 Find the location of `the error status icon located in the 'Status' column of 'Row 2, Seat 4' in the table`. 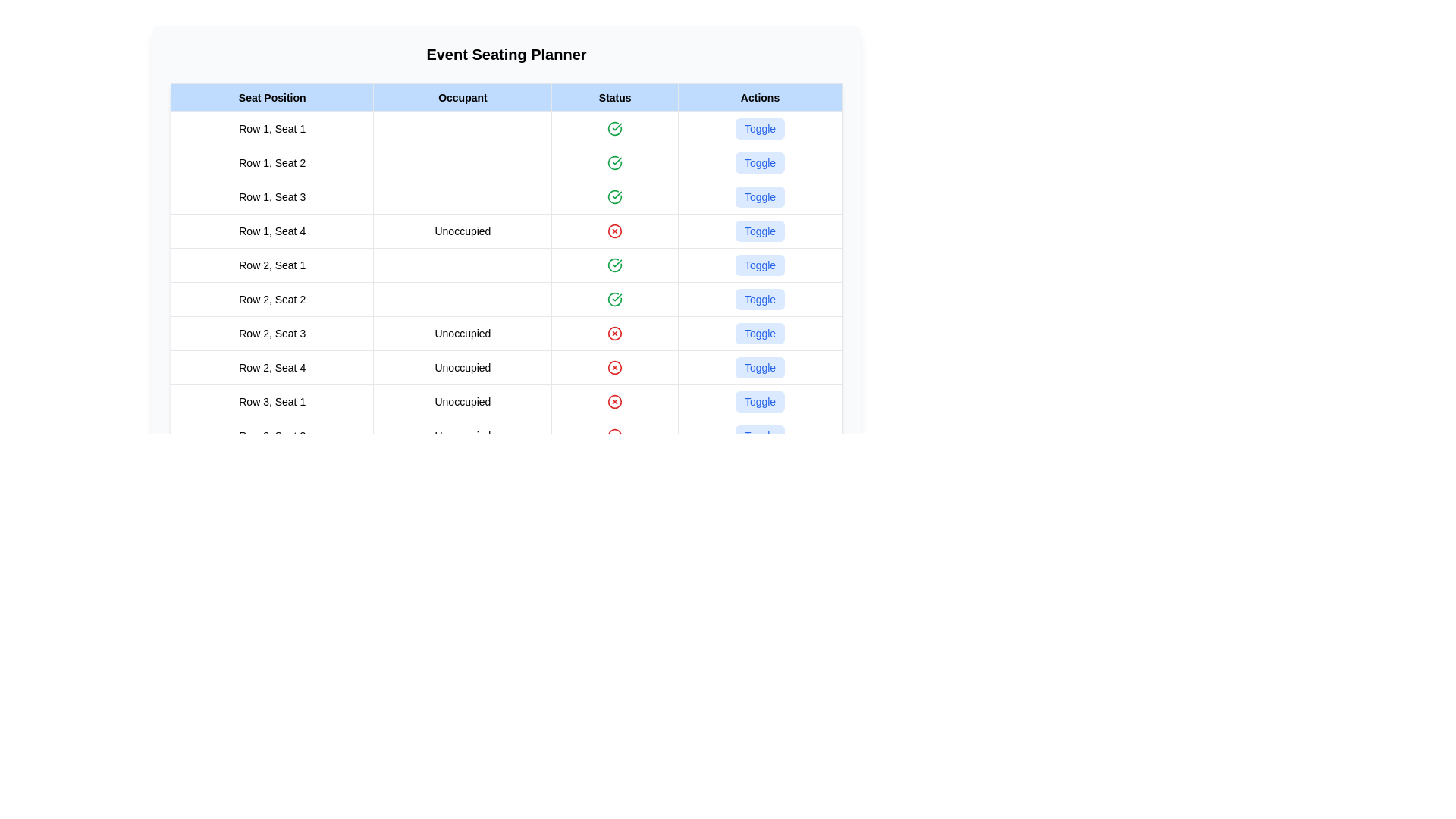

the error status icon located in the 'Status' column of 'Row 2, Seat 4' in the table is located at coordinates (615, 368).